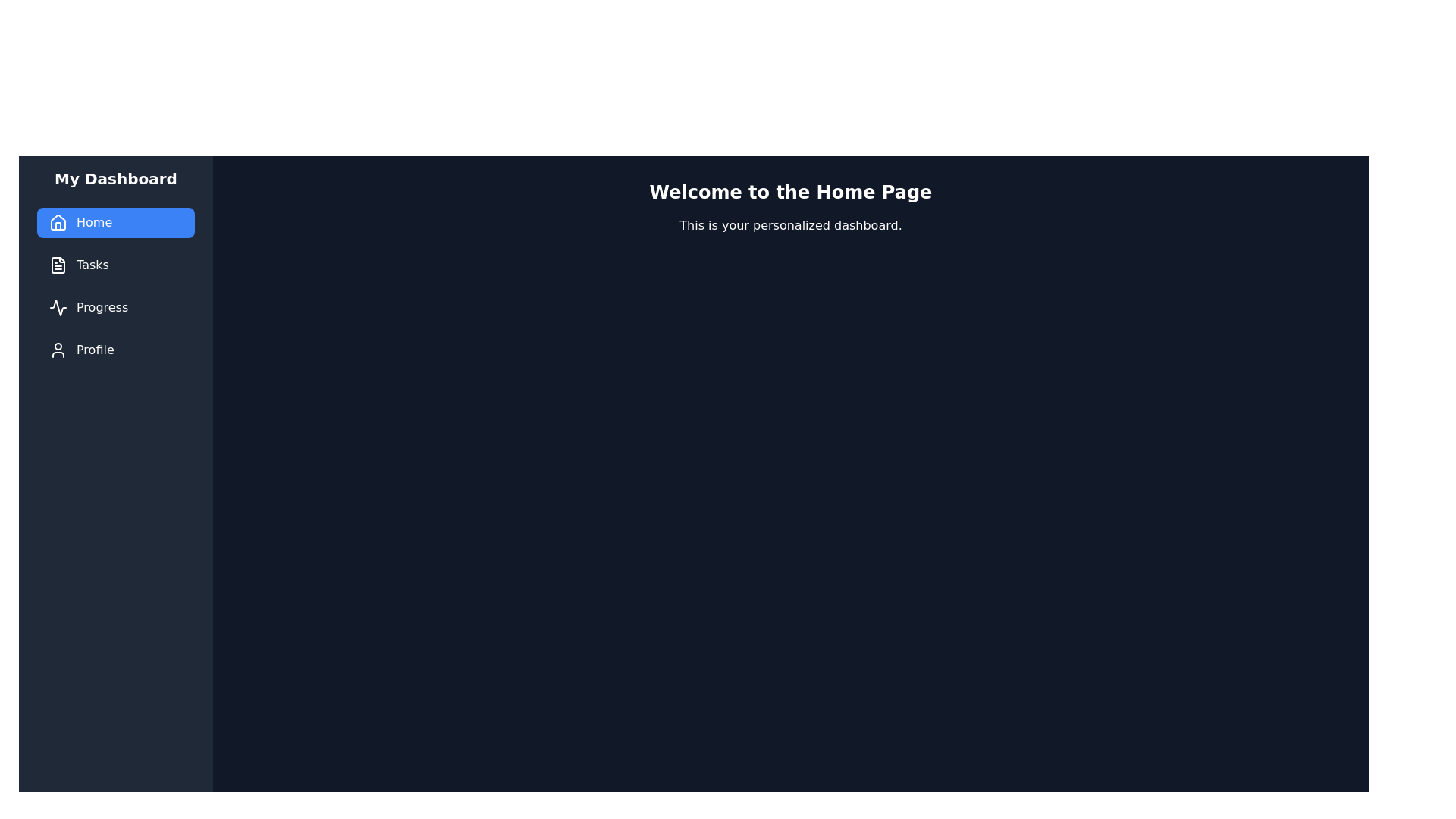  Describe the element at coordinates (58, 307) in the screenshot. I see `the progress tracking icon located in the sidebar menu under the 'Progress' label, which is positioned to the left of the text 'Progress'` at that location.